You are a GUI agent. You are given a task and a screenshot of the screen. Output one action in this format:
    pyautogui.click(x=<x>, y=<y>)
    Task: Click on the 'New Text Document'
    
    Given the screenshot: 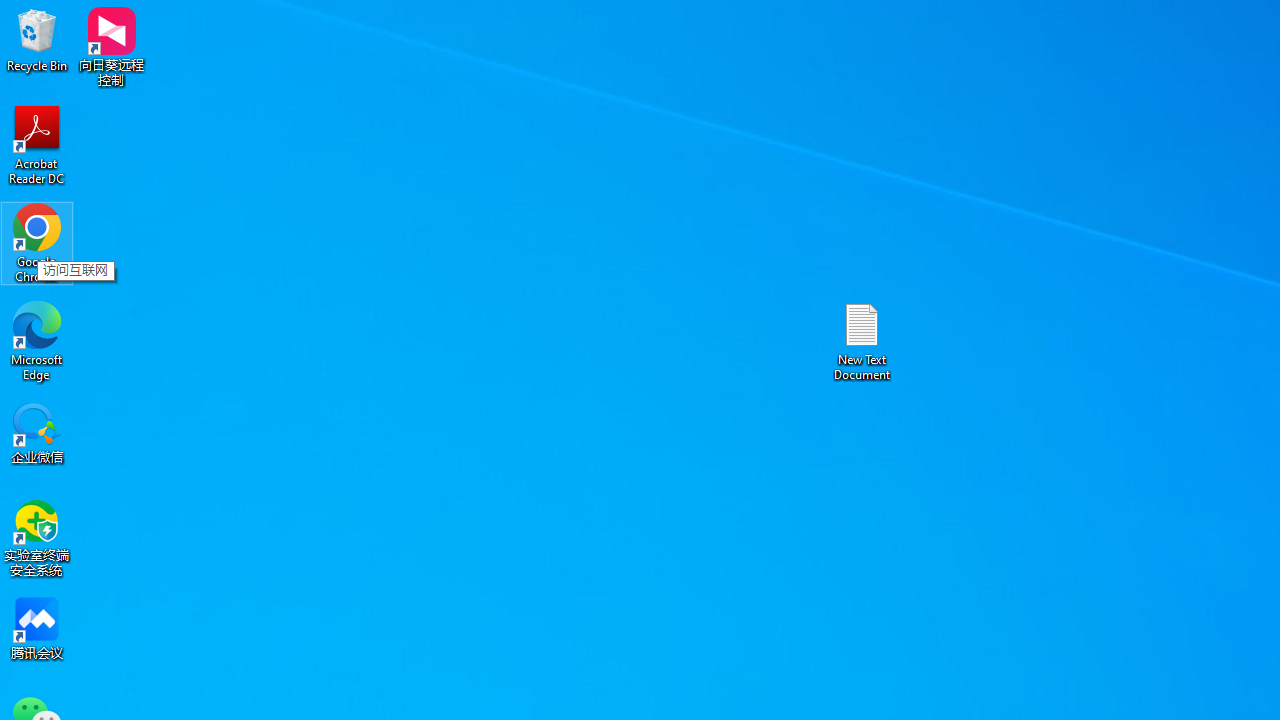 What is the action you would take?
    pyautogui.click(x=862, y=340)
    